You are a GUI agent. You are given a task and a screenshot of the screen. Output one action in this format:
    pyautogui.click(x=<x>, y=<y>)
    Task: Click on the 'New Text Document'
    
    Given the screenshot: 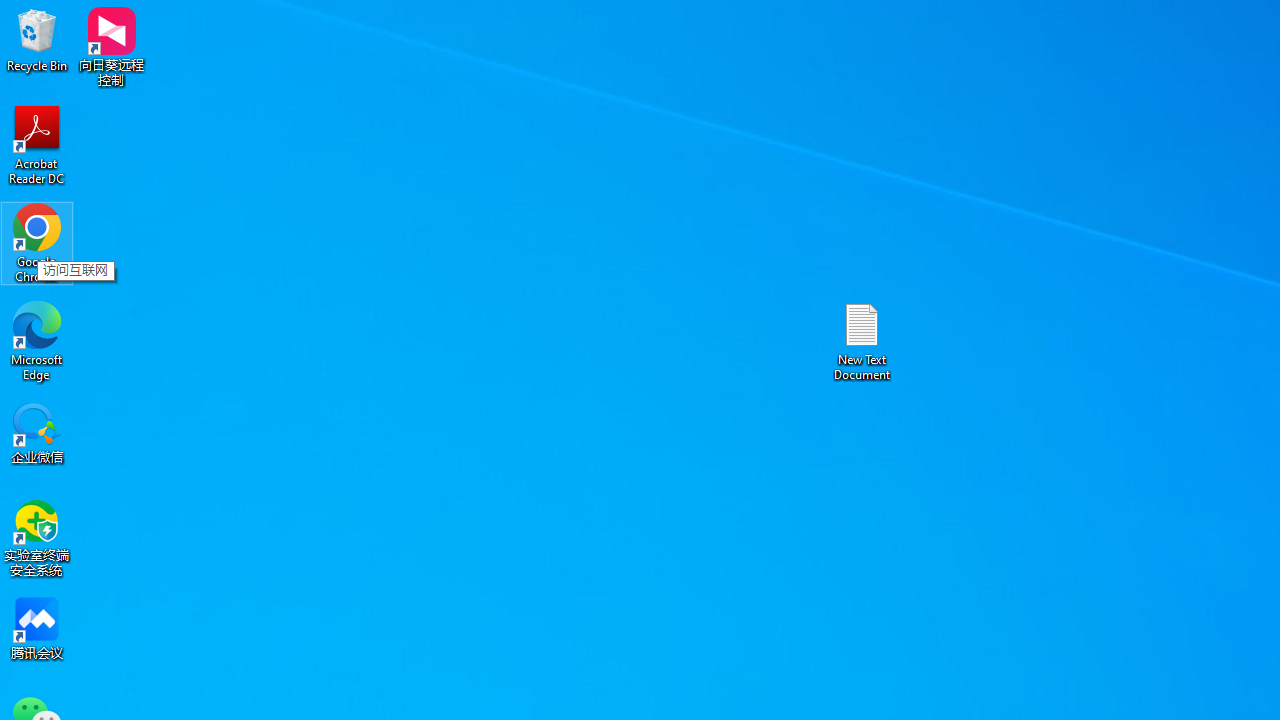 What is the action you would take?
    pyautogui.click(x=862, y=340)
    